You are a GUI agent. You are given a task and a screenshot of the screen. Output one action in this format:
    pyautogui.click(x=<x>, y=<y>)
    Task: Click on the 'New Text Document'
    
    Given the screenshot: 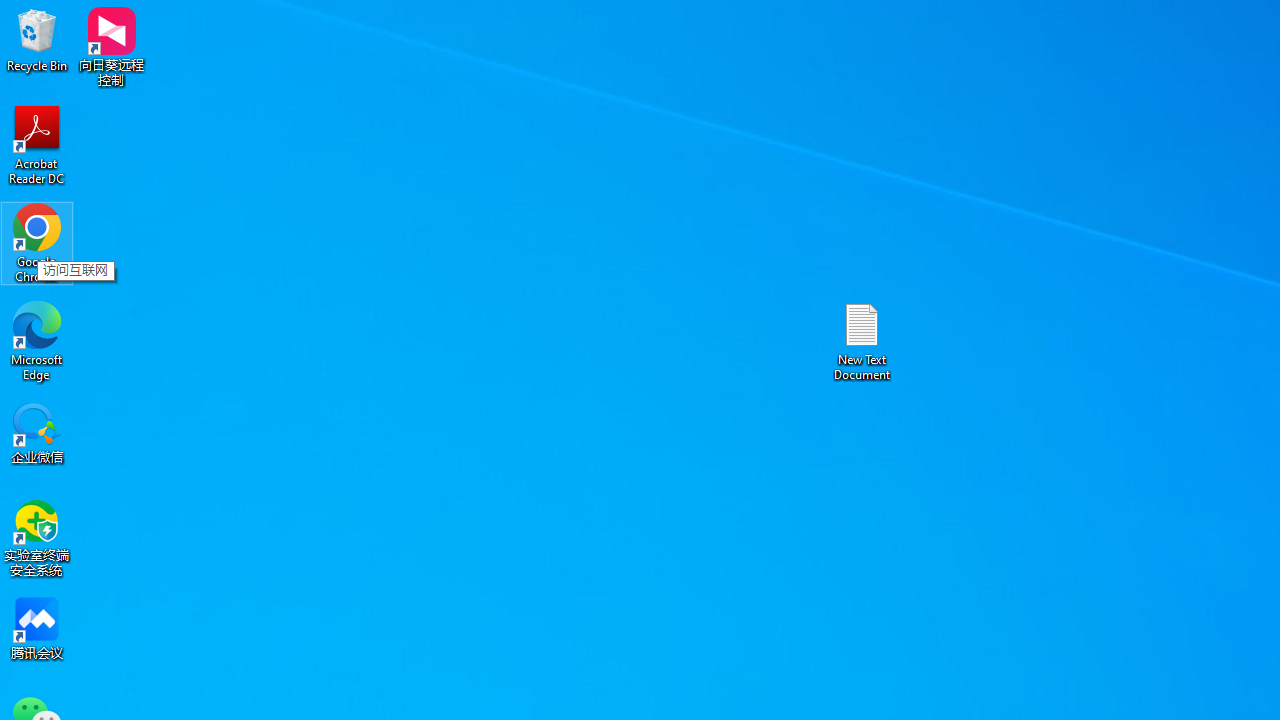 What is the action you would take?
    pyautogui.click(x=862, y=340)
    